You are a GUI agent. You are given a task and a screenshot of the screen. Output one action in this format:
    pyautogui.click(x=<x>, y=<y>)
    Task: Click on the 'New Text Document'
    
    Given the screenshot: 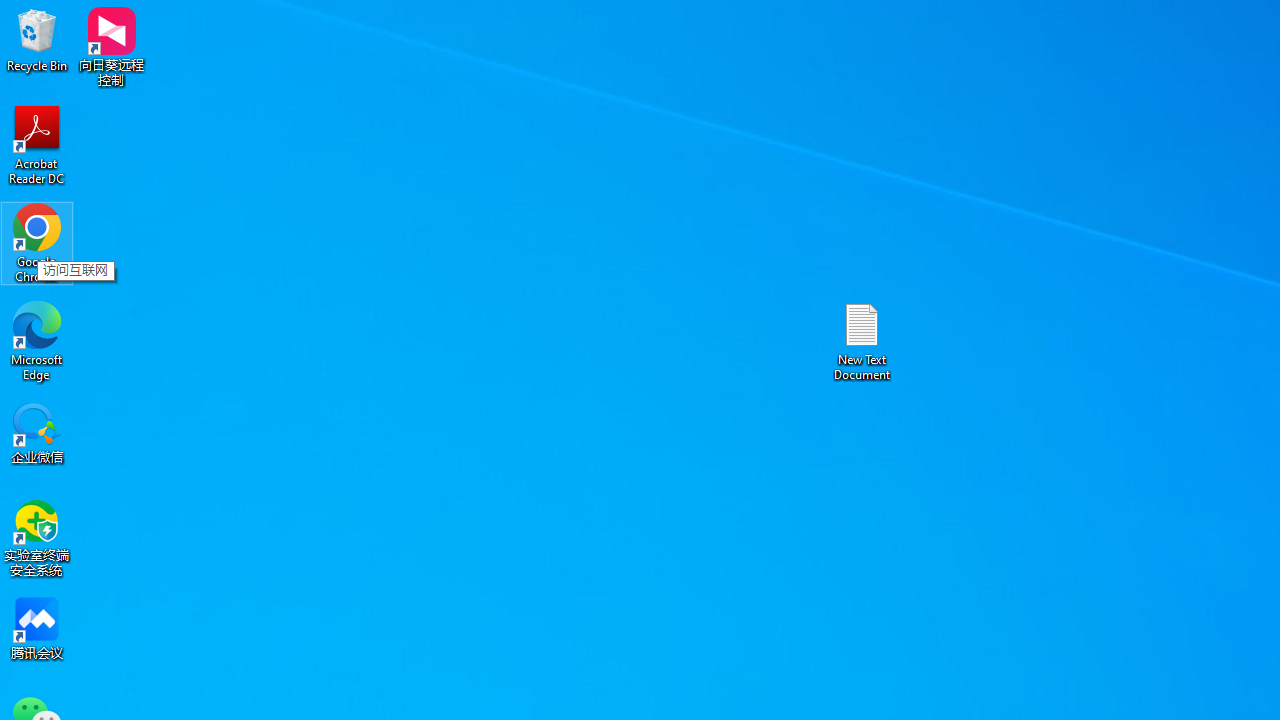 What is the action you would take?
    pyautogui.click(x=862, y=340)
    